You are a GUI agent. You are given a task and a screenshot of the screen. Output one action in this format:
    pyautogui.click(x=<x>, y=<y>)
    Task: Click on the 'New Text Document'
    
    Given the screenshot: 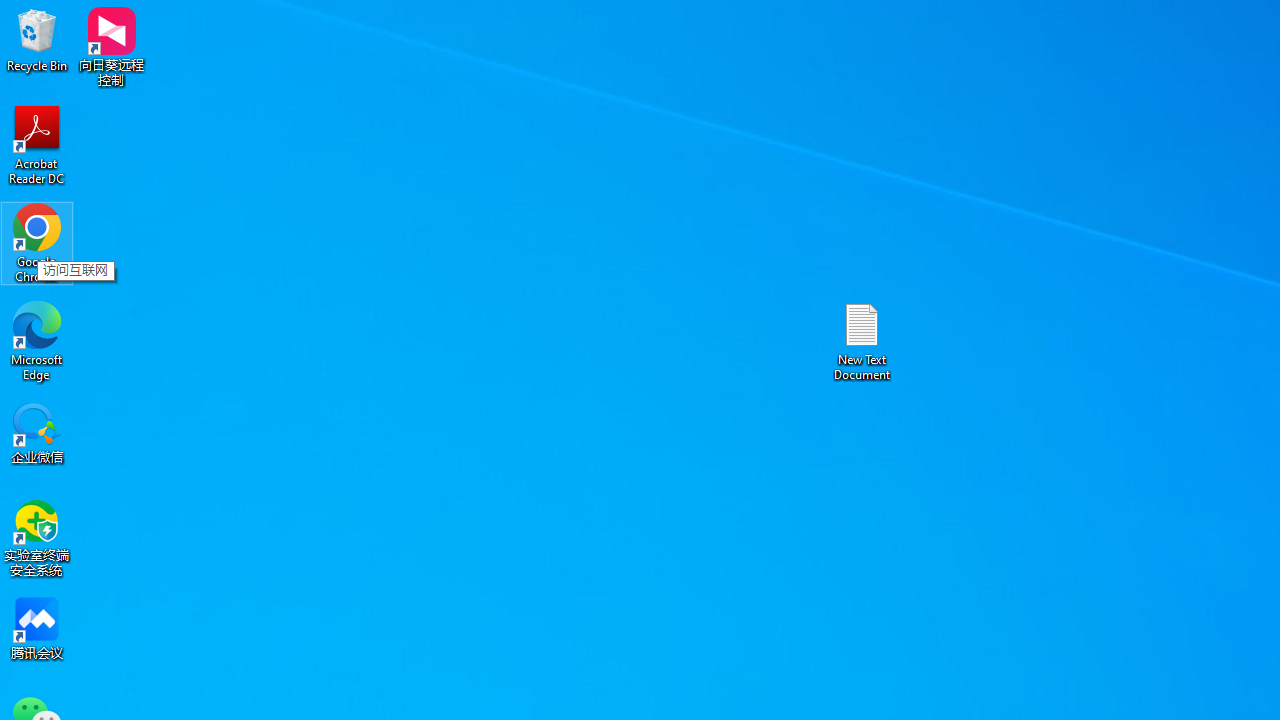 What is the action you would take?
    pyautogui.click(x=862, y=340)
    